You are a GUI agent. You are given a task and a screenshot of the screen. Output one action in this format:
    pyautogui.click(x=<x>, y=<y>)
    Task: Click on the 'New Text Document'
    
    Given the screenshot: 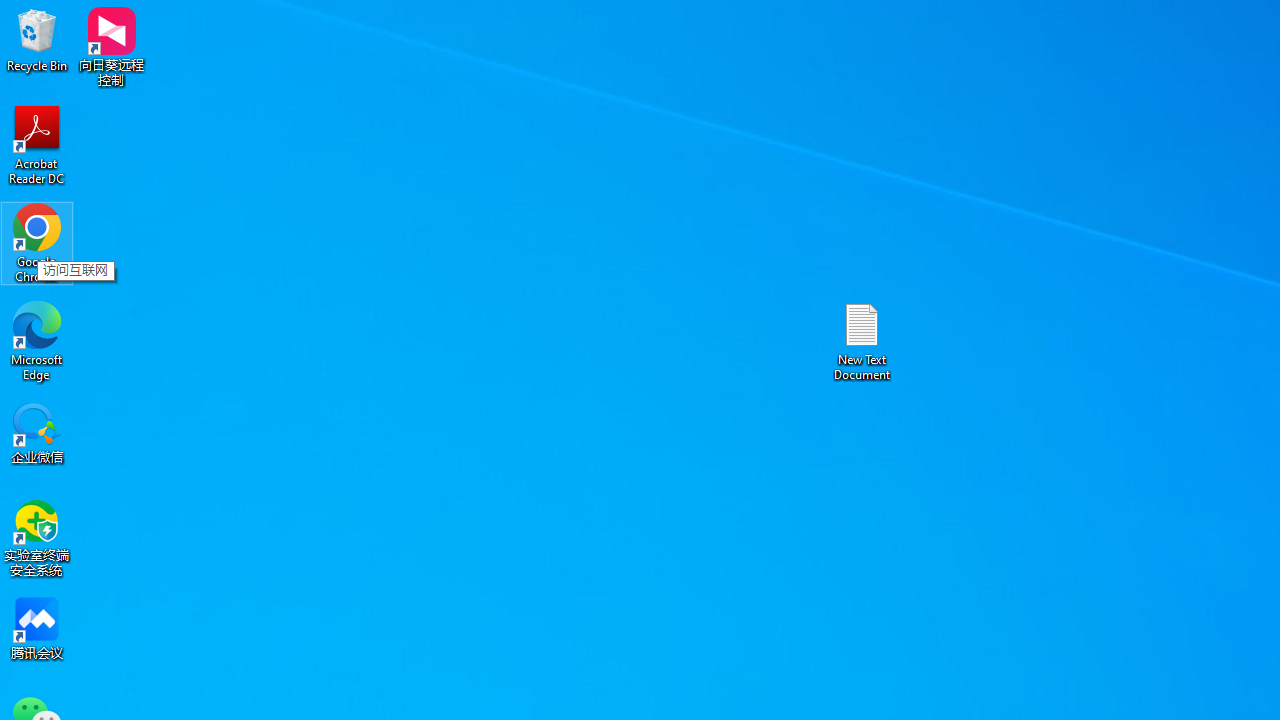 What is the action you would take?
    pyautogui.click(x=862, y=340)
    